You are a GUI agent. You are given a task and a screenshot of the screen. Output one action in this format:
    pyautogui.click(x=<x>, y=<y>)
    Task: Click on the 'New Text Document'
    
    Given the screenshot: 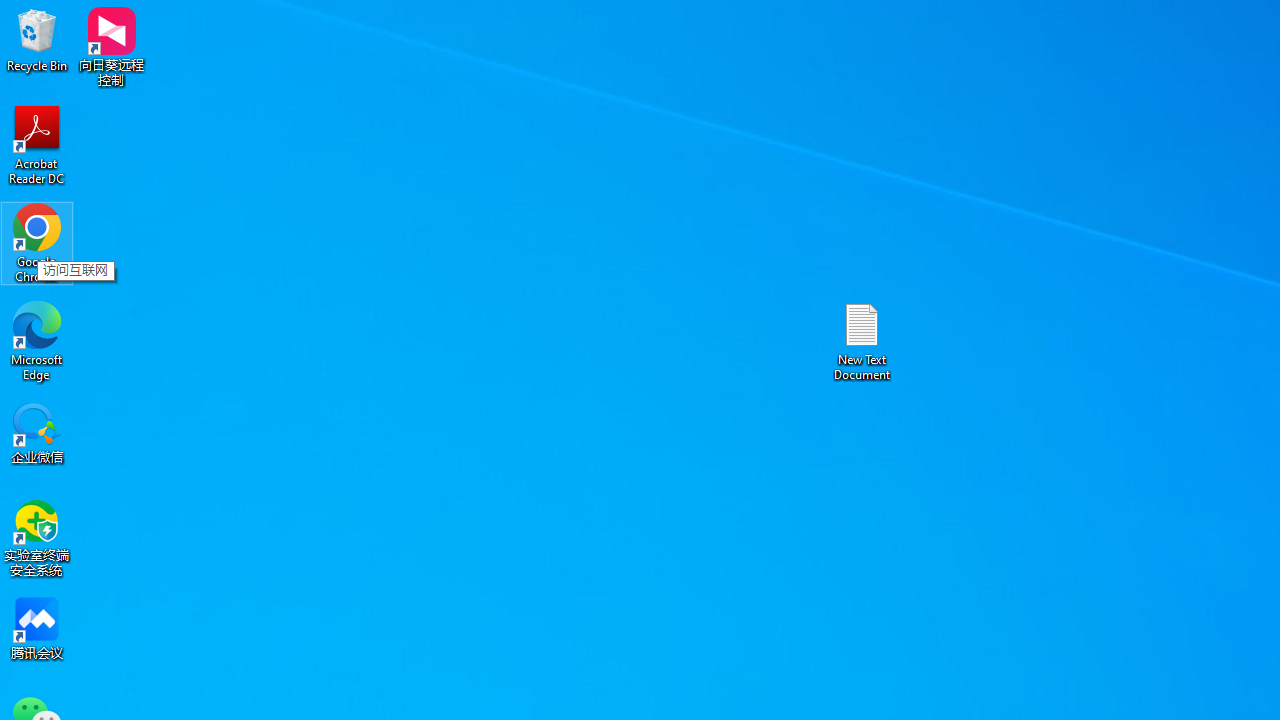 What is the action you would take?
    pyautogui.click(x=862, y=340)
    